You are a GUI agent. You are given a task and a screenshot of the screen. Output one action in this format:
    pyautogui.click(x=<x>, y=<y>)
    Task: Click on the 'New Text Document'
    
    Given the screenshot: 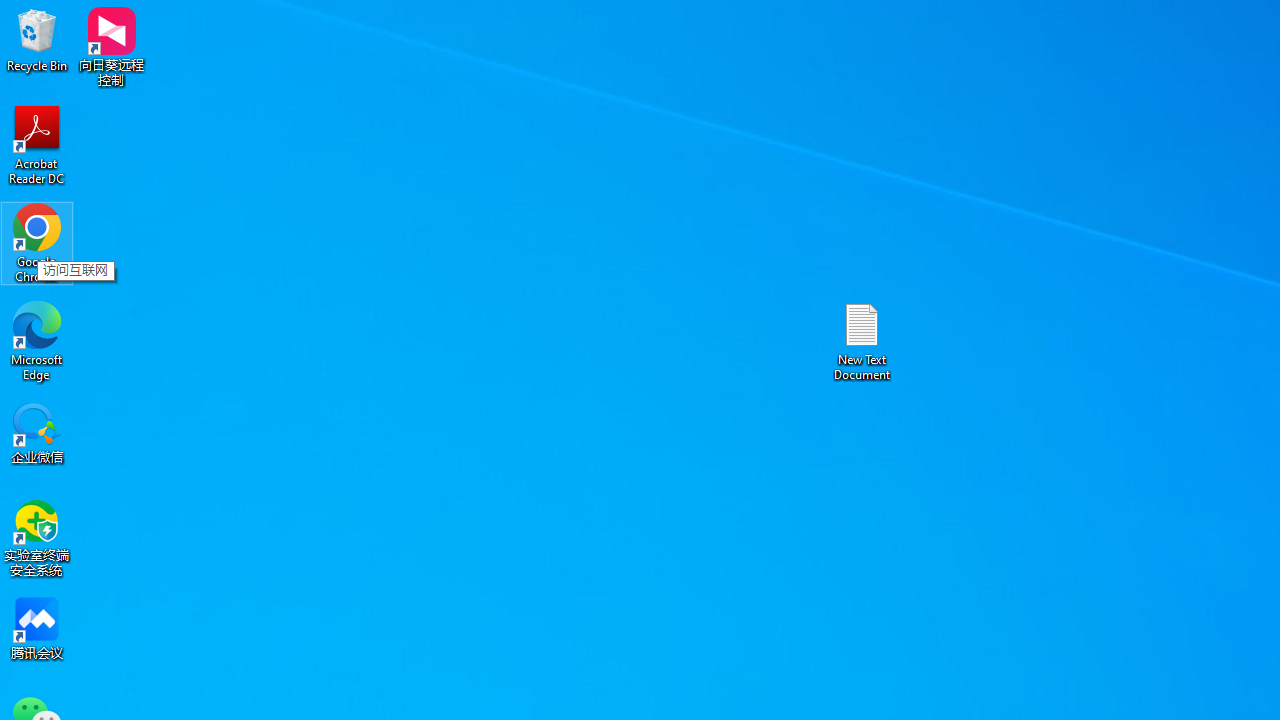 What is the action you would take?
    pyautogui.click(x=862, y=340)
    